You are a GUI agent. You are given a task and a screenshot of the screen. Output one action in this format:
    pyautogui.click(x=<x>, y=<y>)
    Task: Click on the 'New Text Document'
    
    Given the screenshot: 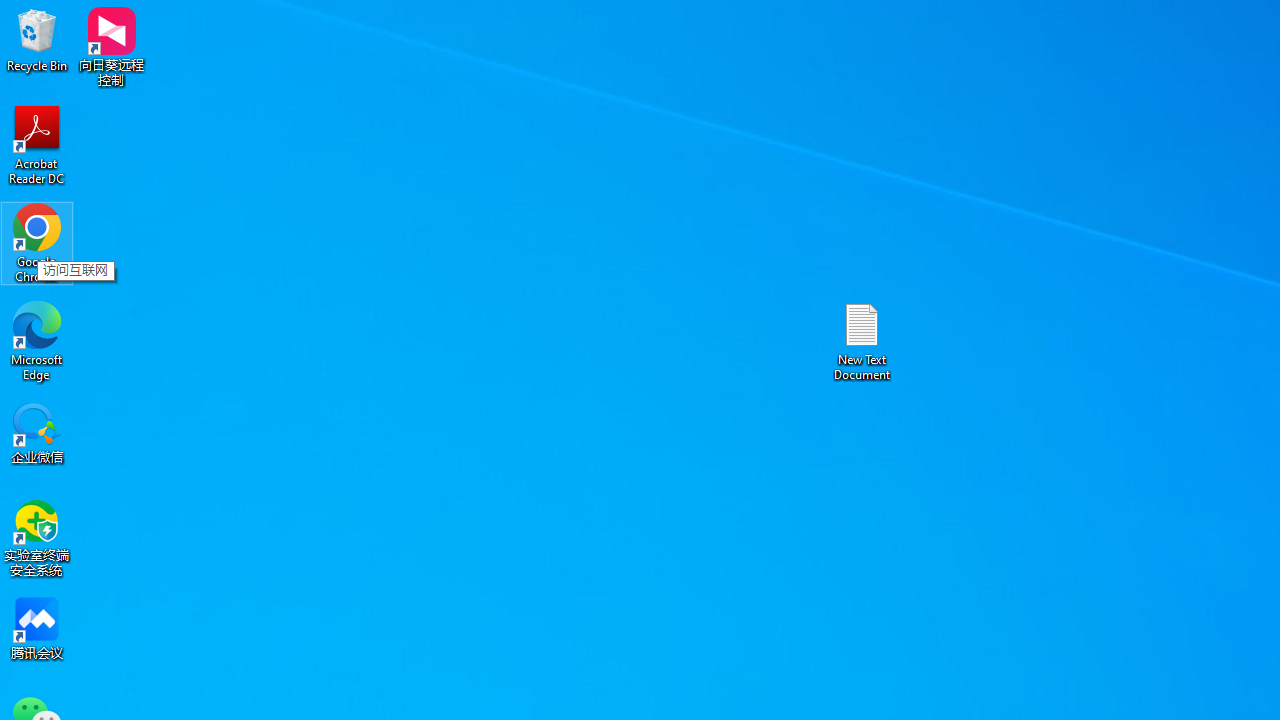 What is the action you would take?
    pyautogui.click(x=862, y=340)
    